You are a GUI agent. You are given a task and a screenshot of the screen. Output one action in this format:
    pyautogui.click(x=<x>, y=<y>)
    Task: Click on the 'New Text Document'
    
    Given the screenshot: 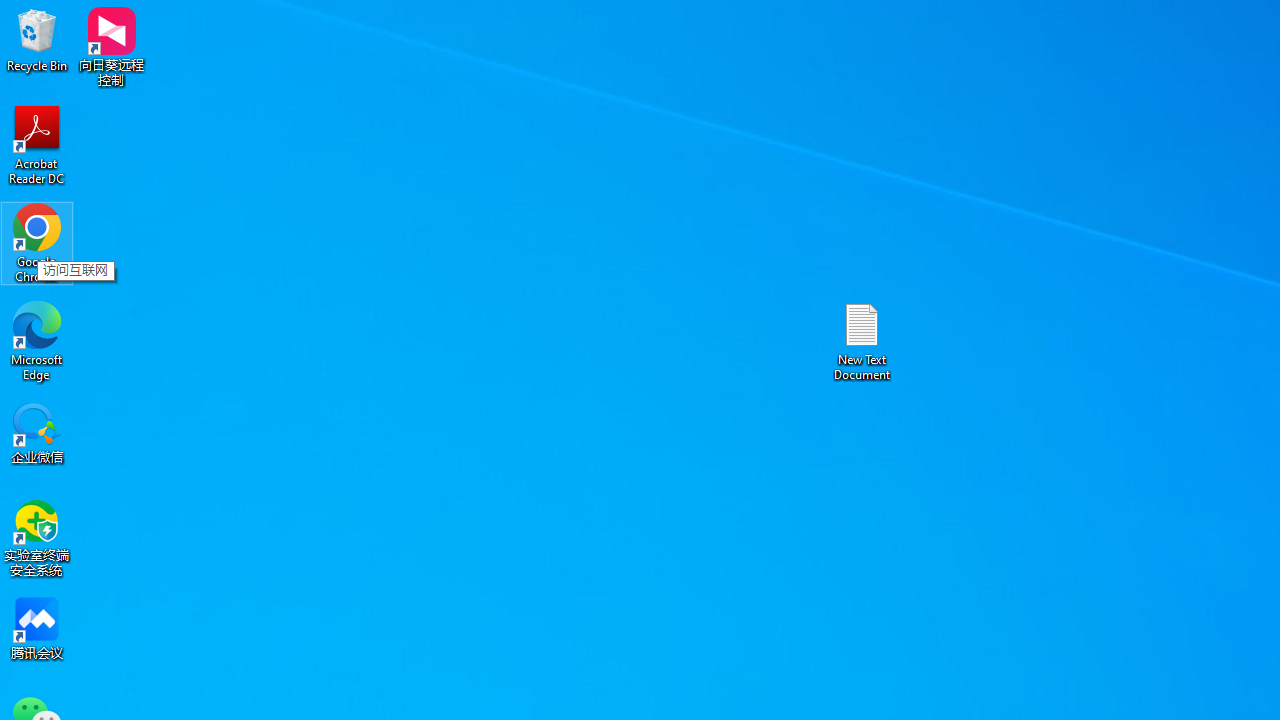 What is the action you would take?
    pyautogui.click(x=862, y=340)
    